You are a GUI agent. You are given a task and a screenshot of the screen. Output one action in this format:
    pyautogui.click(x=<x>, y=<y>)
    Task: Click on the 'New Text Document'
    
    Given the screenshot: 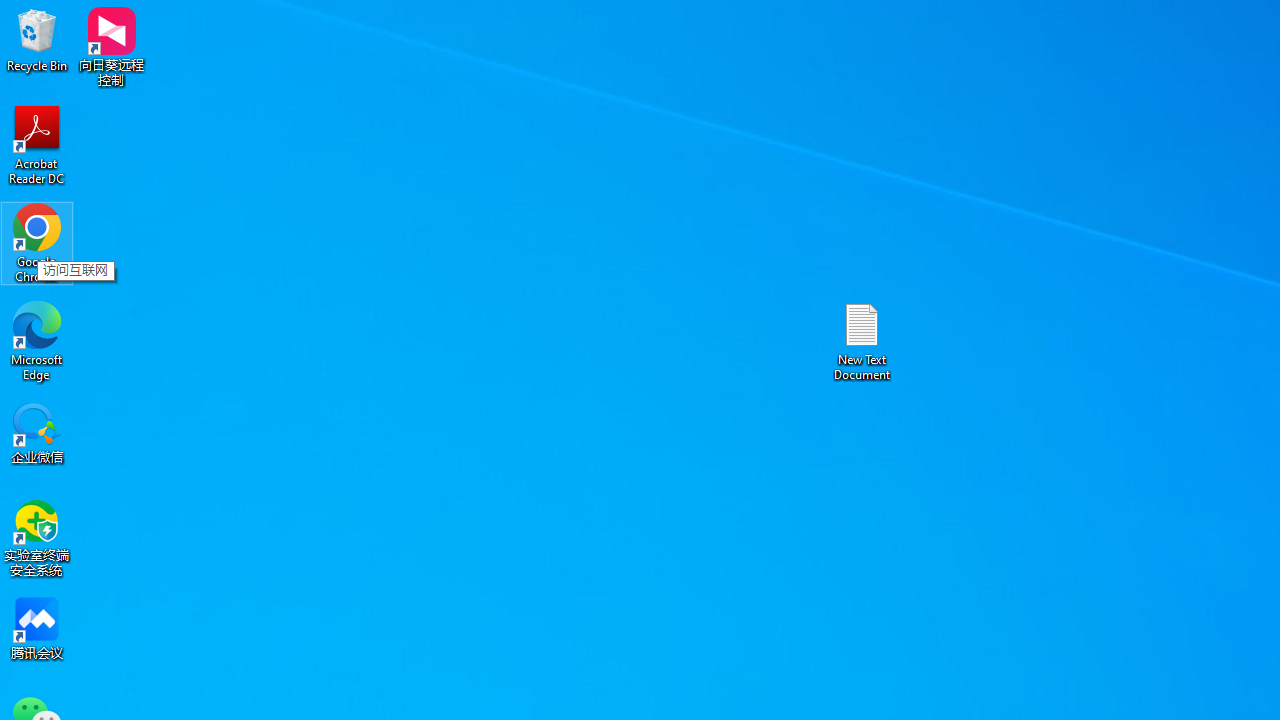 What is the action you would take?
    pyautogui.click(x=862, y=340)
    